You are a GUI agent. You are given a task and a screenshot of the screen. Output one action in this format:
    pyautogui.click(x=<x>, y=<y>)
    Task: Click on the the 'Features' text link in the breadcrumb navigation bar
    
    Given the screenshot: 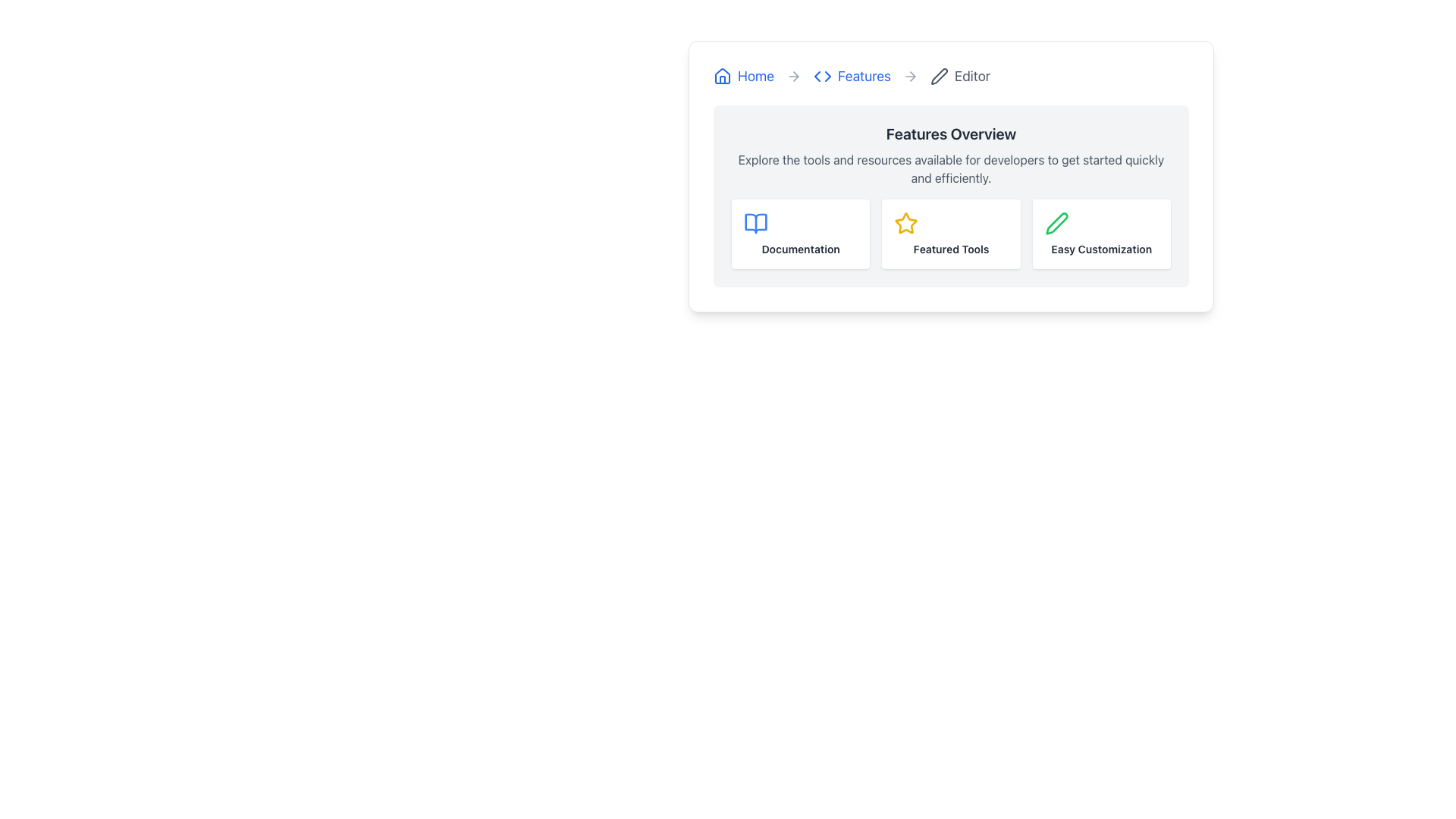 What is the action you would take?
    pyautogui.click(x=864, y=76)
    